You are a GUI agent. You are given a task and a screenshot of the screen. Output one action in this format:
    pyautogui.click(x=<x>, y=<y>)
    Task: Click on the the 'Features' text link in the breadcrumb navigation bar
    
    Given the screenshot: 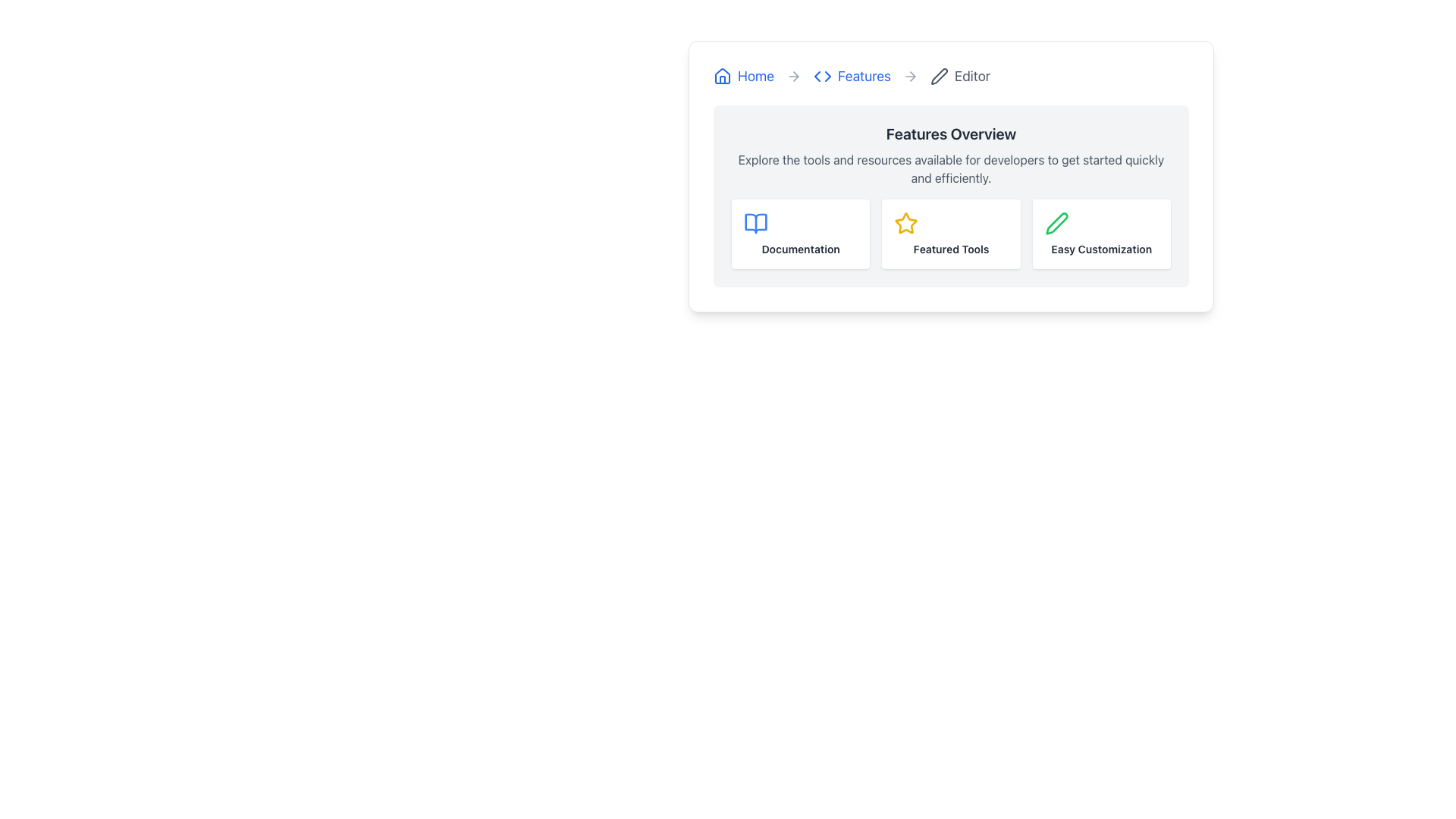 What is the action you would take?
    pyautogui.click(x=864, y=76)
    